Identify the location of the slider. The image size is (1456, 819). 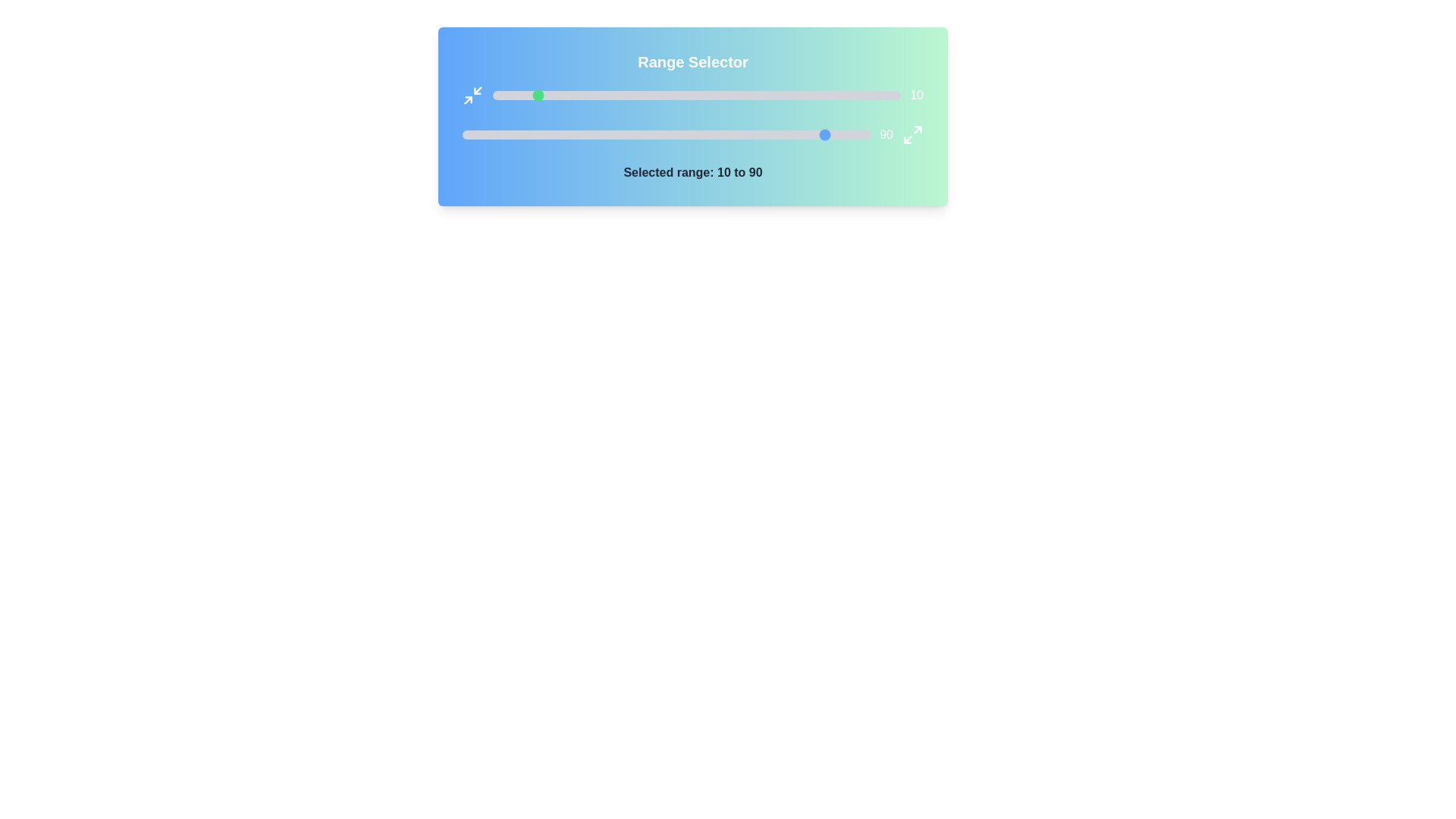
(835, 96).